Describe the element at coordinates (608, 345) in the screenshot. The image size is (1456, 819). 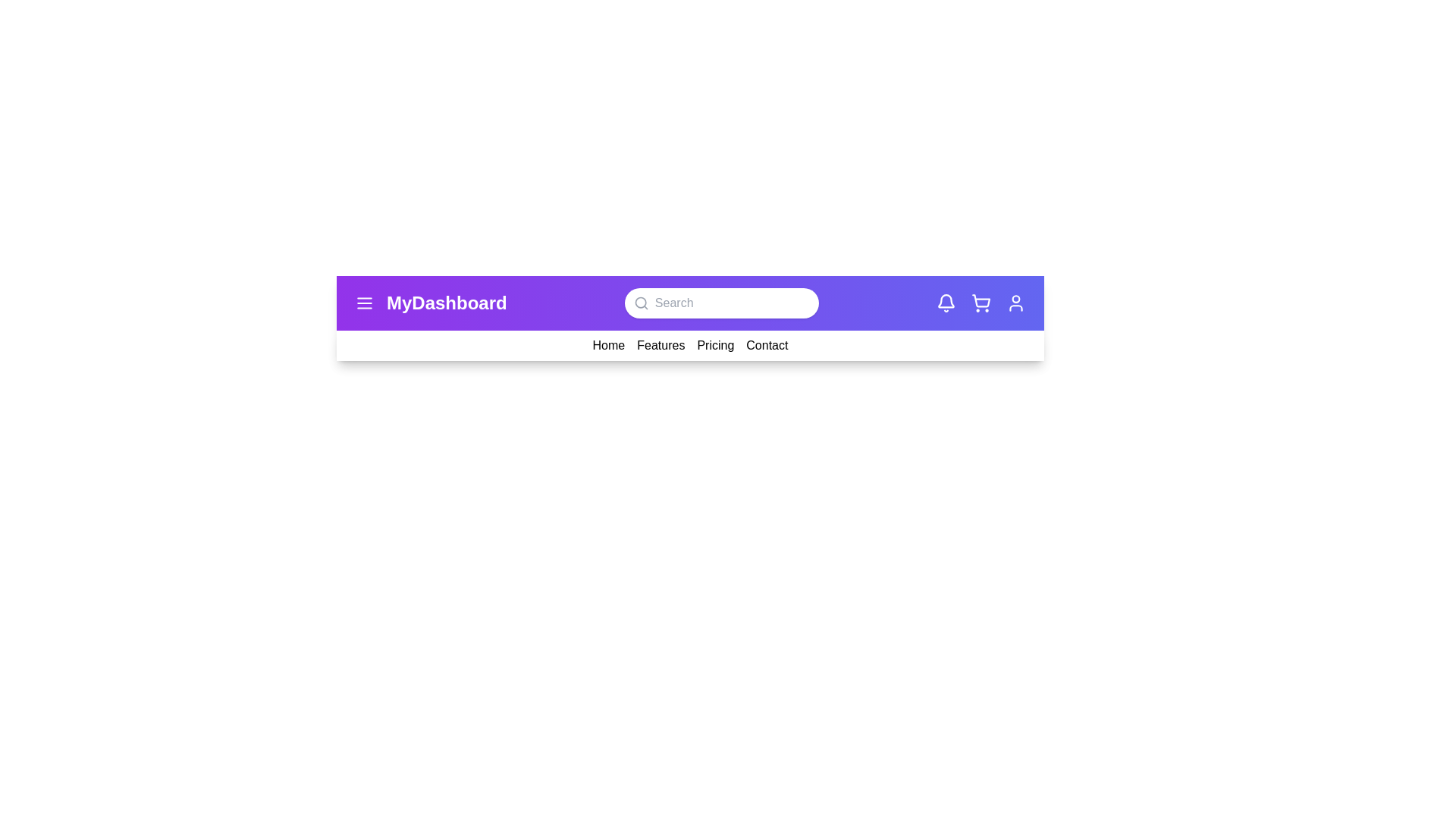
I see `the navigation link Home` at that location.